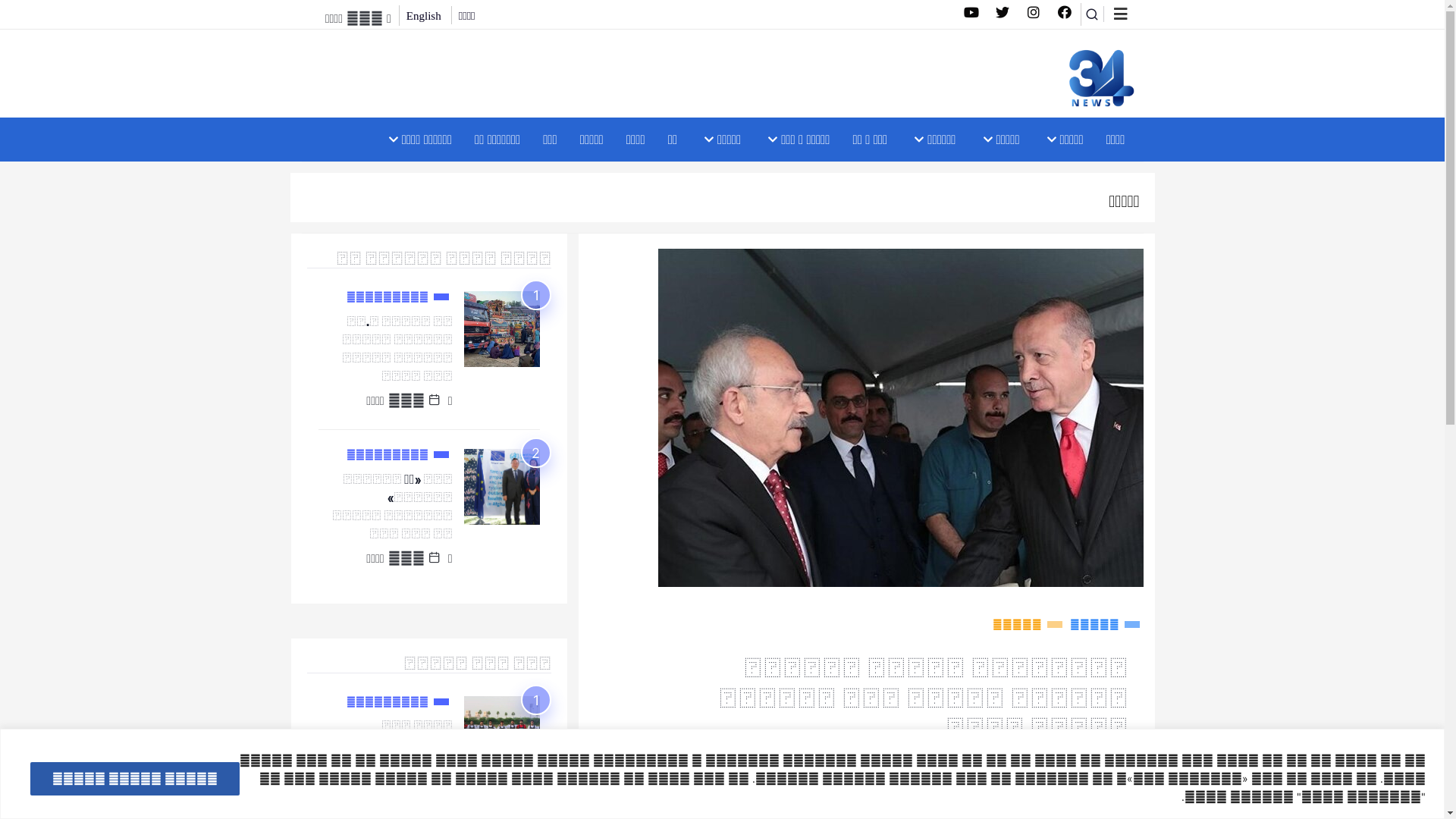 The height and width of the screenshot is (819, 1456). I want to click on 'English', so click(406, 15).